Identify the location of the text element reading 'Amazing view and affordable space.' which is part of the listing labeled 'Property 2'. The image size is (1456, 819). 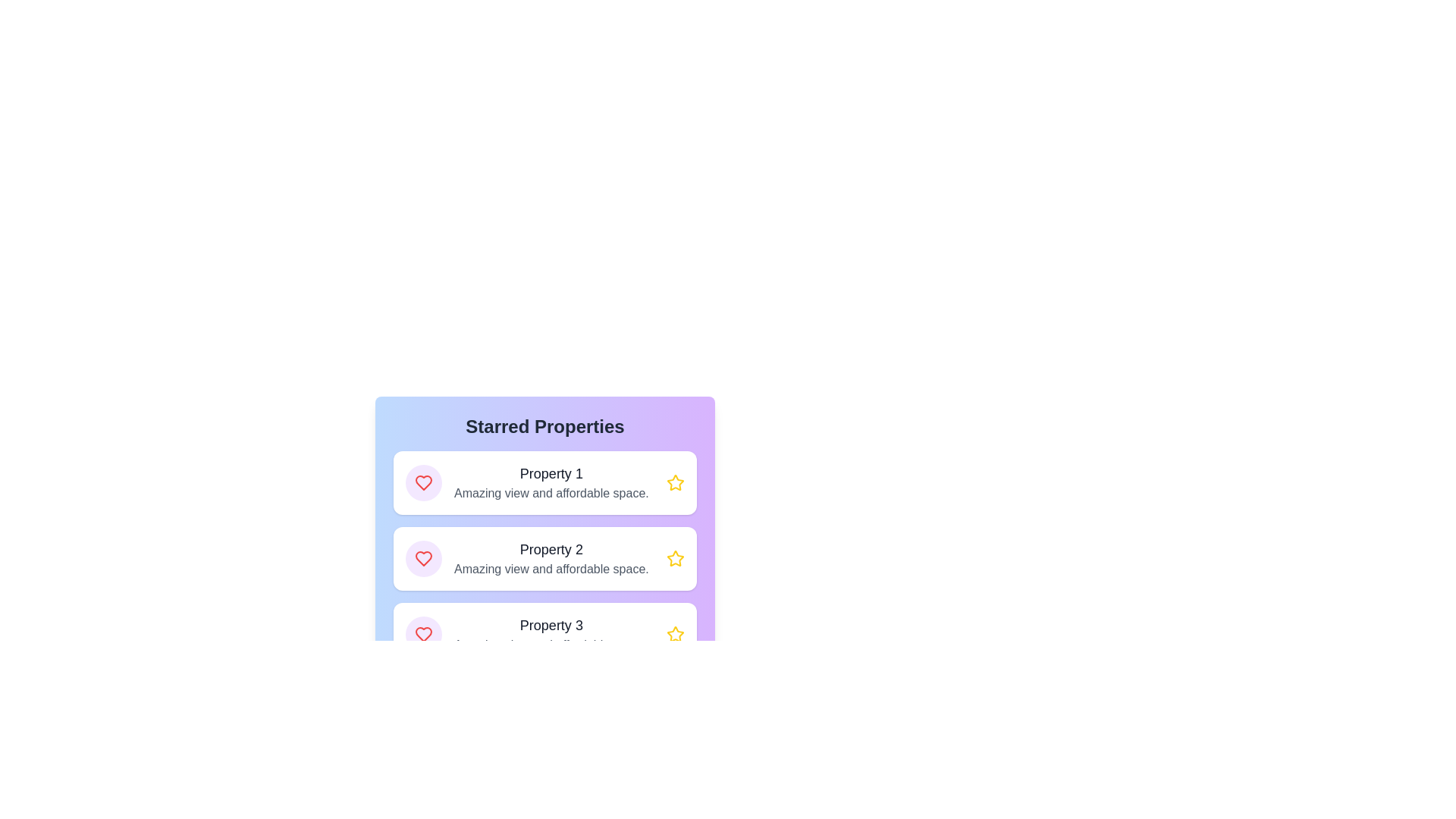
(551, 570).